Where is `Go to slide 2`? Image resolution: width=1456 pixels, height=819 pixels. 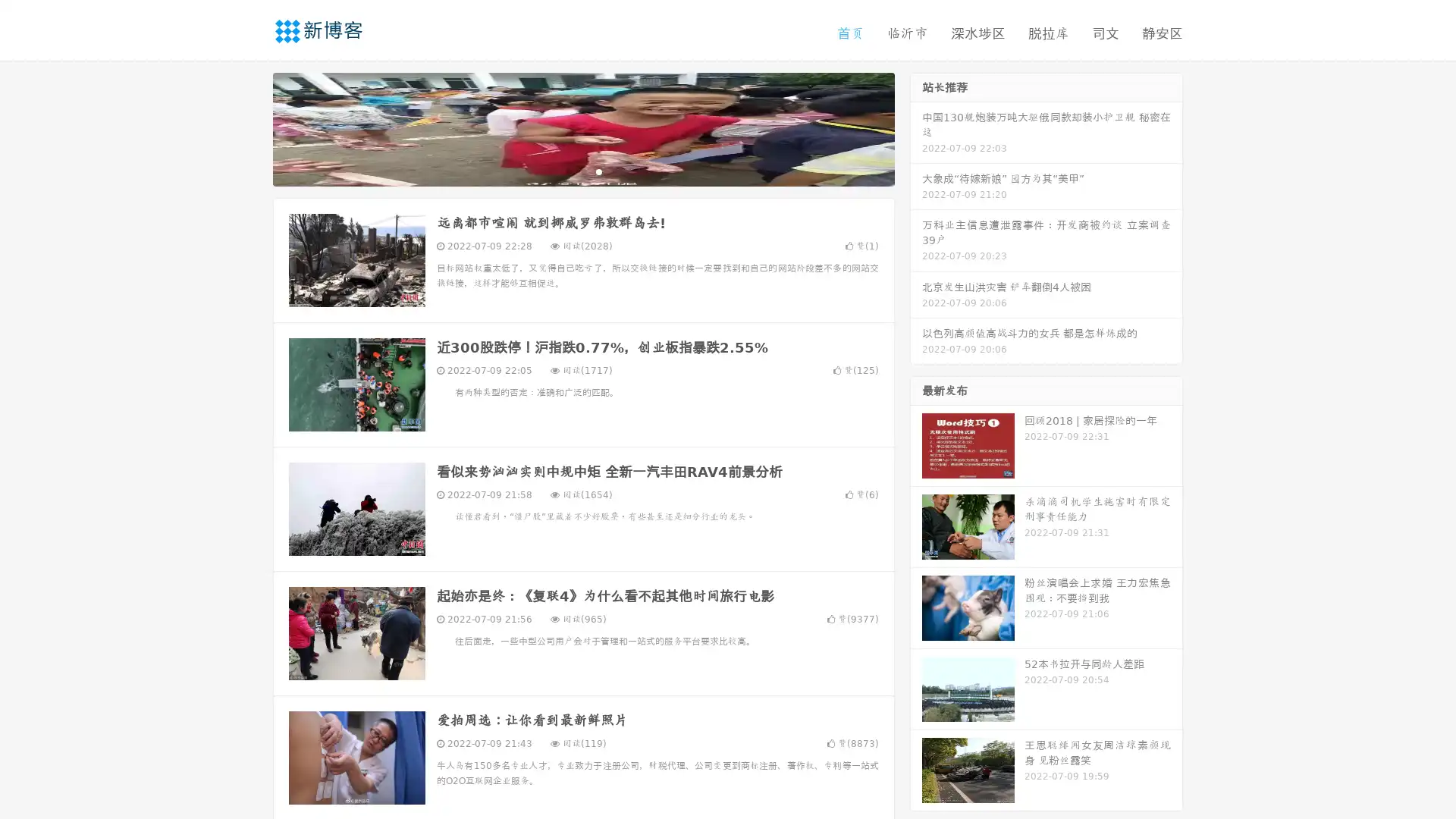
Go to slide 2 is located at coordinates (582, 171).